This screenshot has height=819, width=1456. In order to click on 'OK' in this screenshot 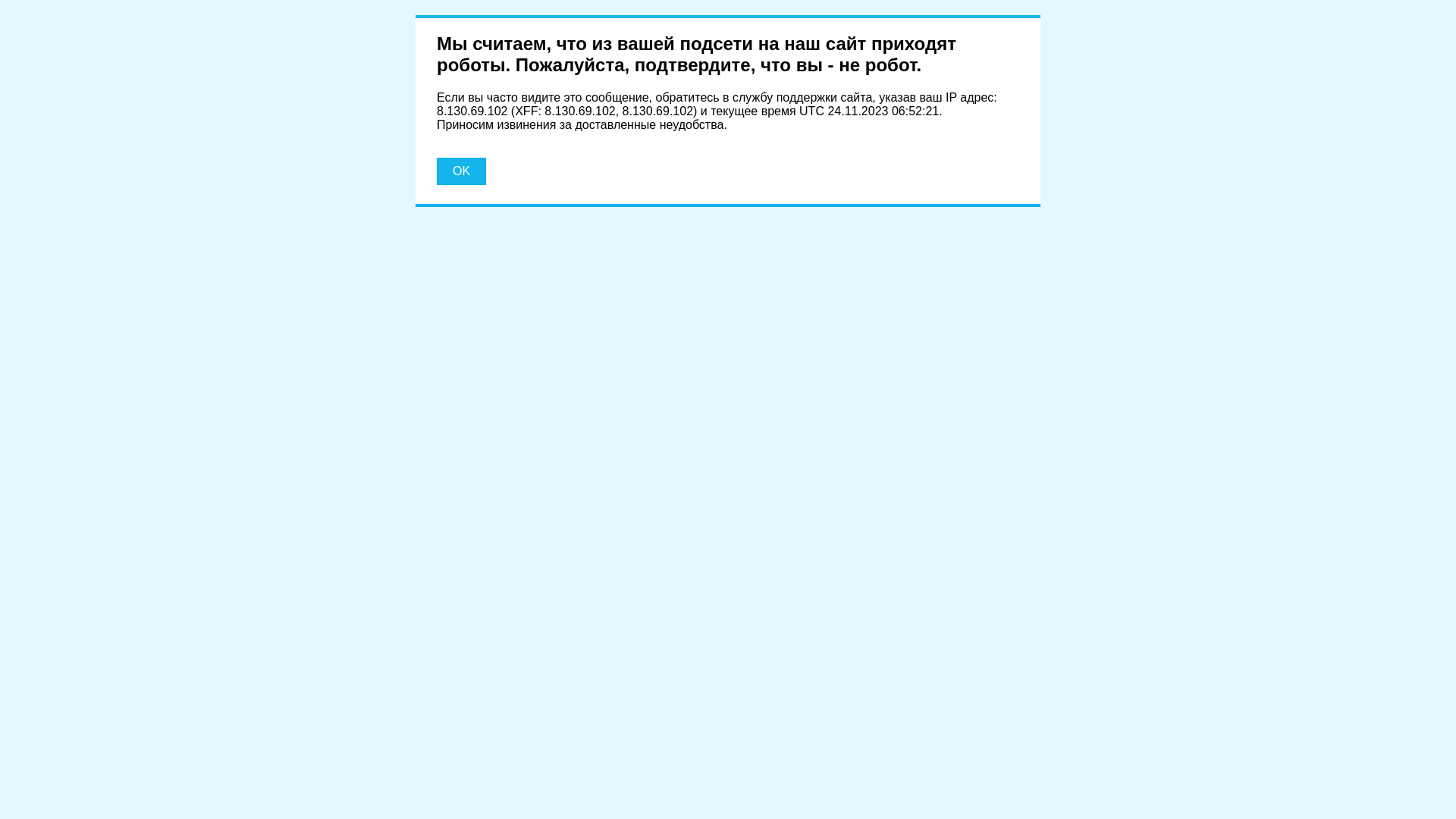, I will do `click(460, 171)`.